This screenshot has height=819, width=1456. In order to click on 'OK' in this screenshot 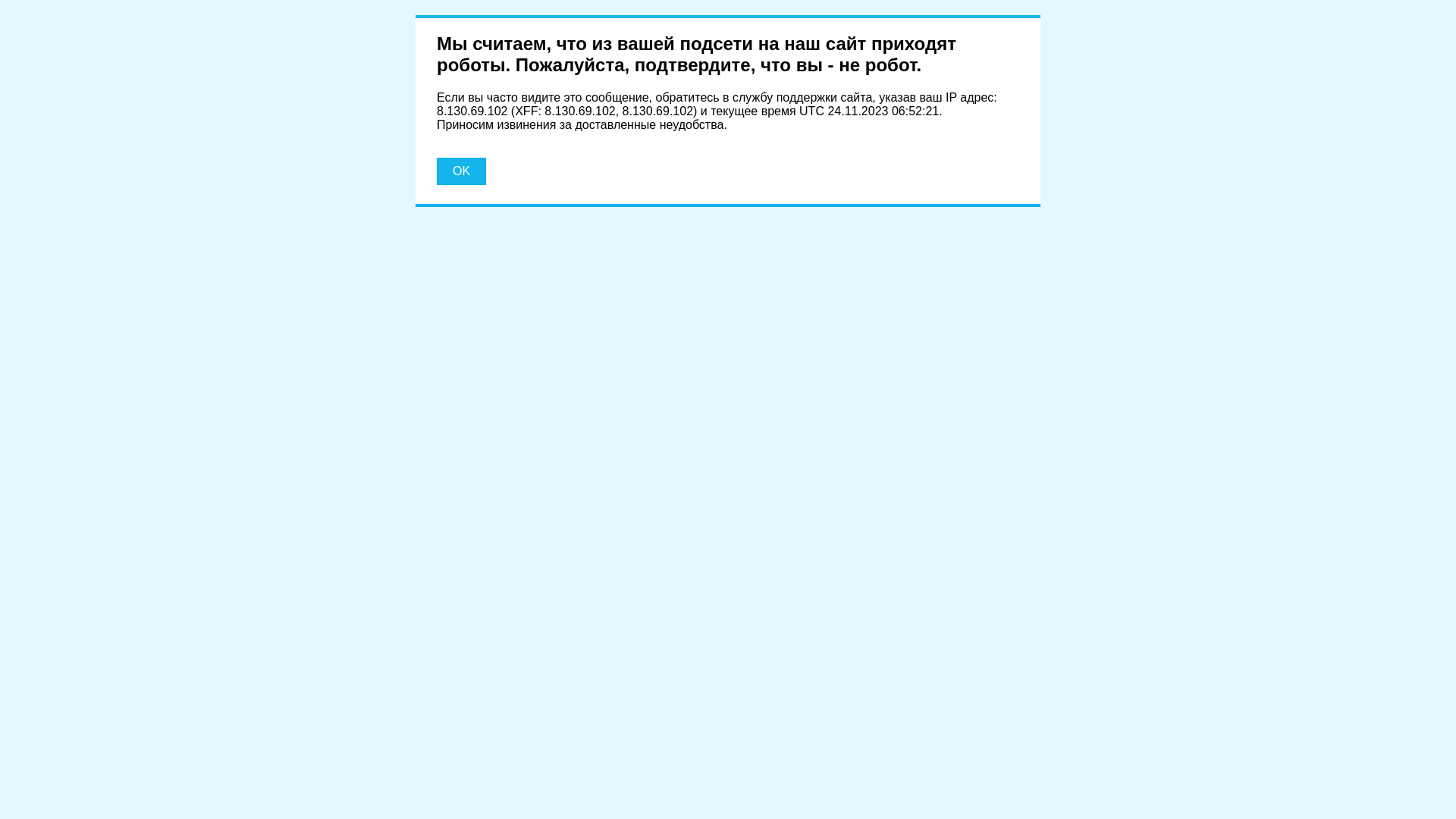, I will do `click(460, 171)`.